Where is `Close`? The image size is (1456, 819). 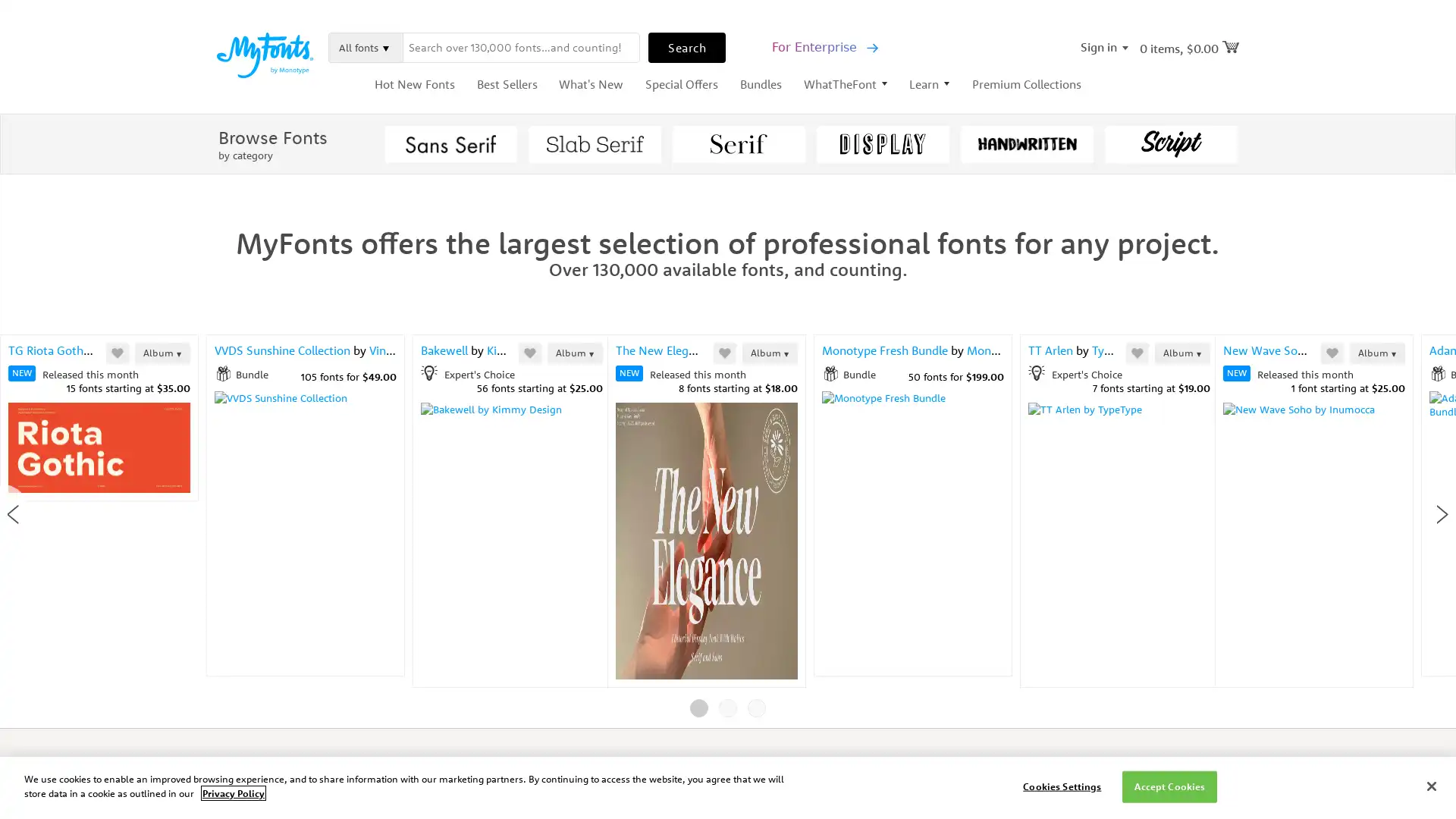
Close is located at coordinates (1430, 785).